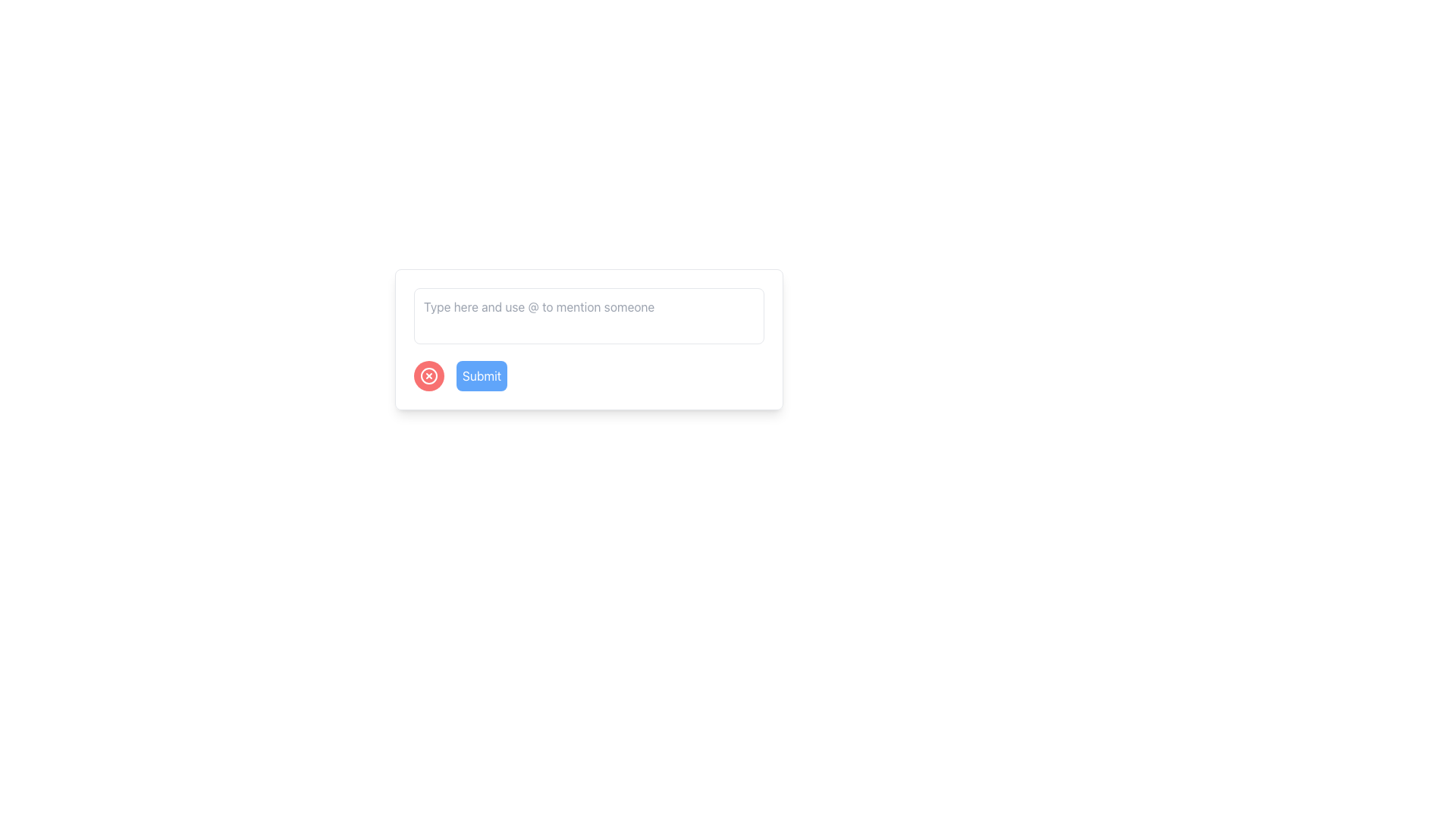 The image size is (1456, 819). I want to click on the red circular button with an 'X' icon, so click(428, 375).